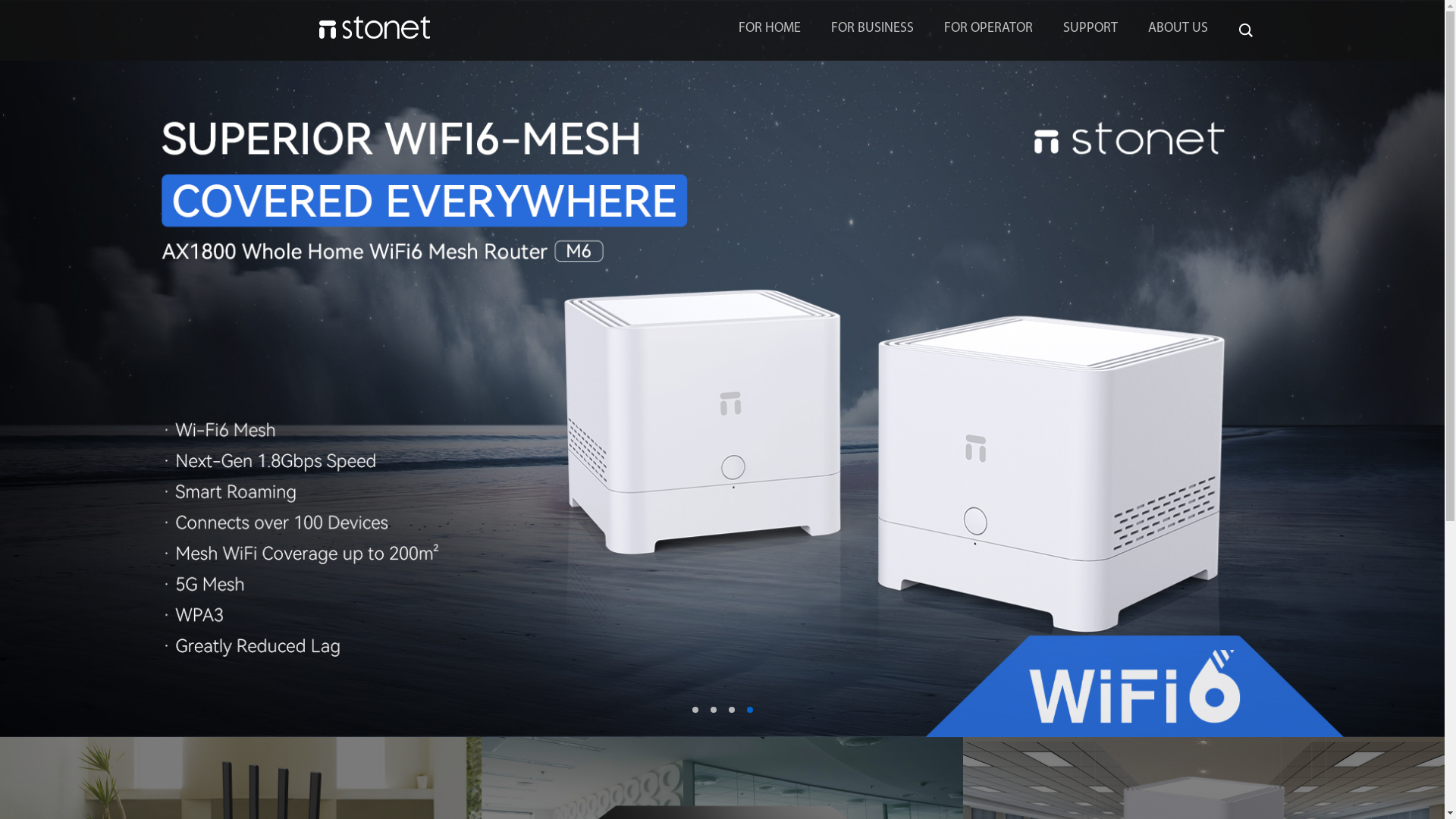 The image size is (1456, 819). Describe the element at coordinates (872, 29) in the screenshot. I see `'FOR BUSINESS'` at that location.